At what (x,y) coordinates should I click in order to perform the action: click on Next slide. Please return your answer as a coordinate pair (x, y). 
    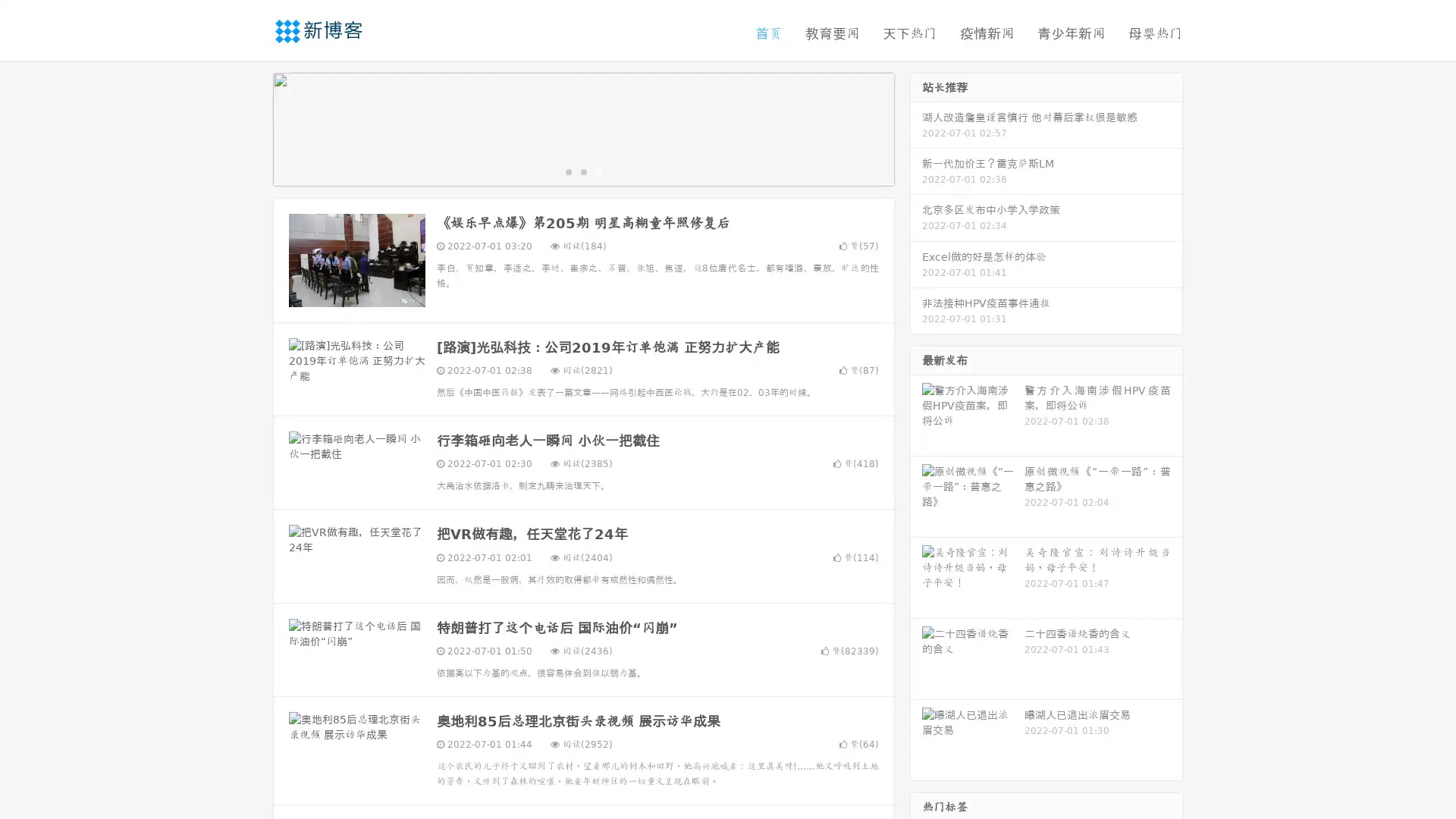
    Looking at the image, I should click on (916, 127).